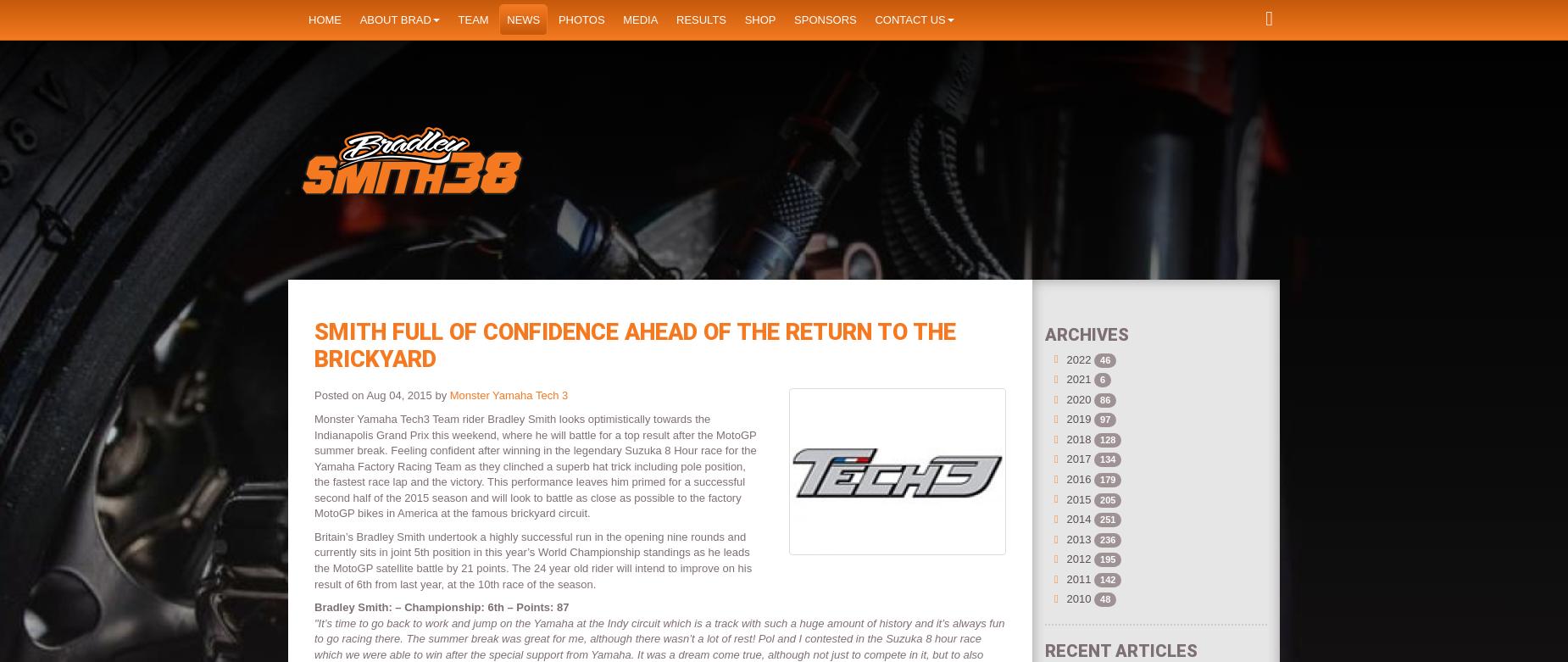  I want to click on 'Contact us', so click(909, 19).